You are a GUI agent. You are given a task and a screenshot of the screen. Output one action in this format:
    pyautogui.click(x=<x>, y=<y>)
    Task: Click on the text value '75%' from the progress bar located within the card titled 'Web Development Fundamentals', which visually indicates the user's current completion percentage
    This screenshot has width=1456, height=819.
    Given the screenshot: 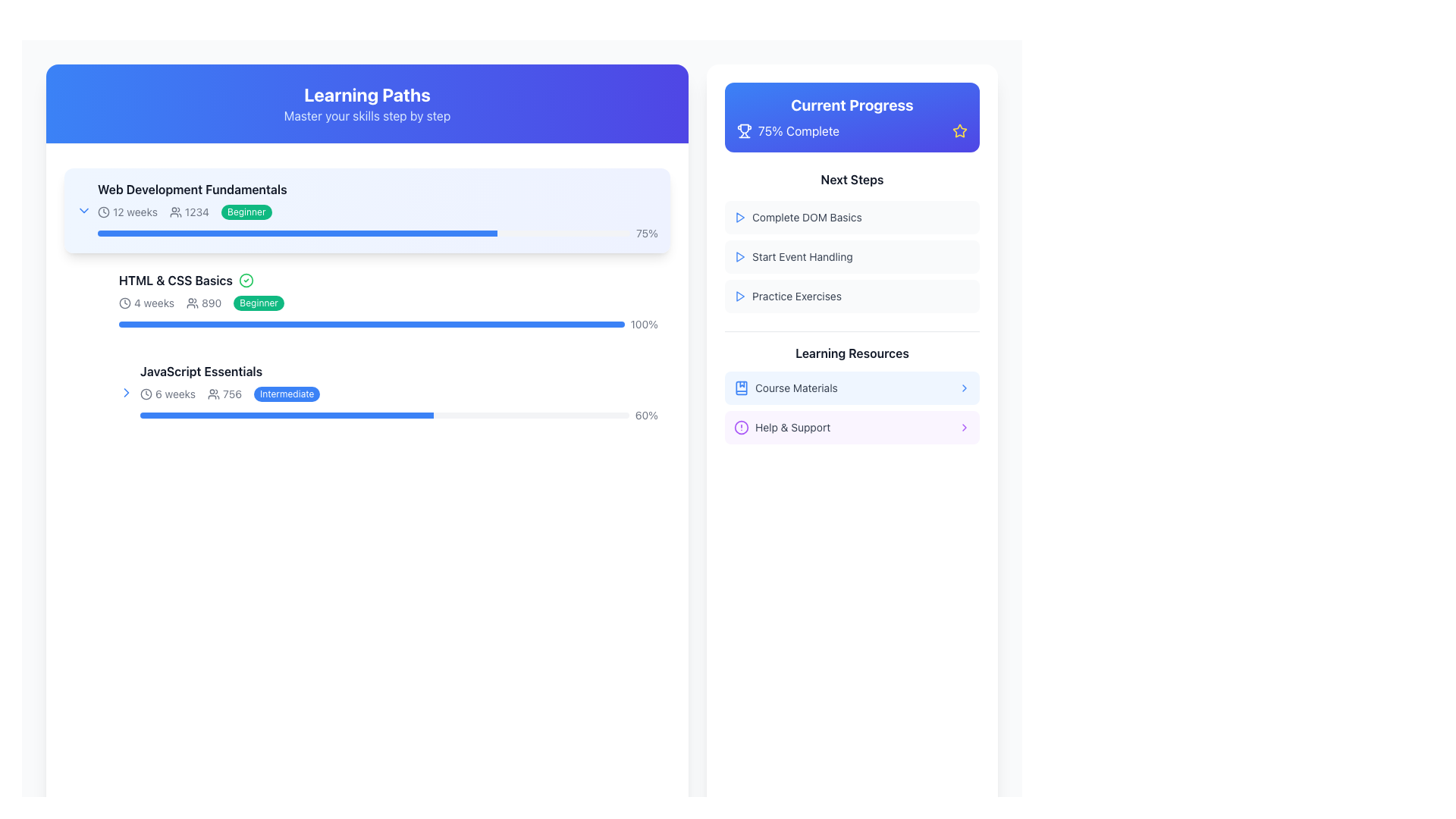 What is the action you would take?
    pyautogui.click(x=378, y=234)
    